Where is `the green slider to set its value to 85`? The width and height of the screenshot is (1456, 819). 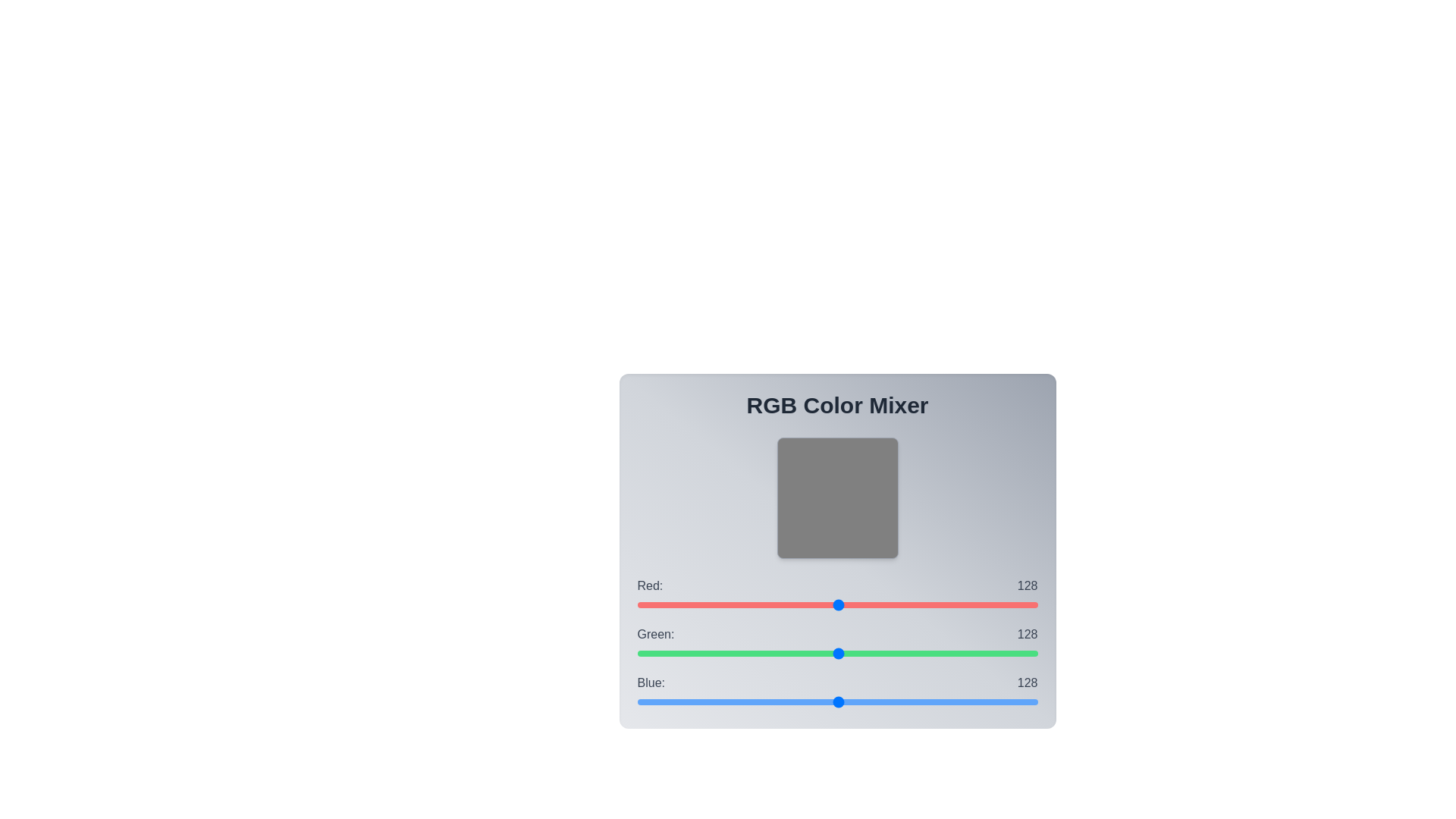
the green slider to set its value to 85 is located at coordinates (770, 652).